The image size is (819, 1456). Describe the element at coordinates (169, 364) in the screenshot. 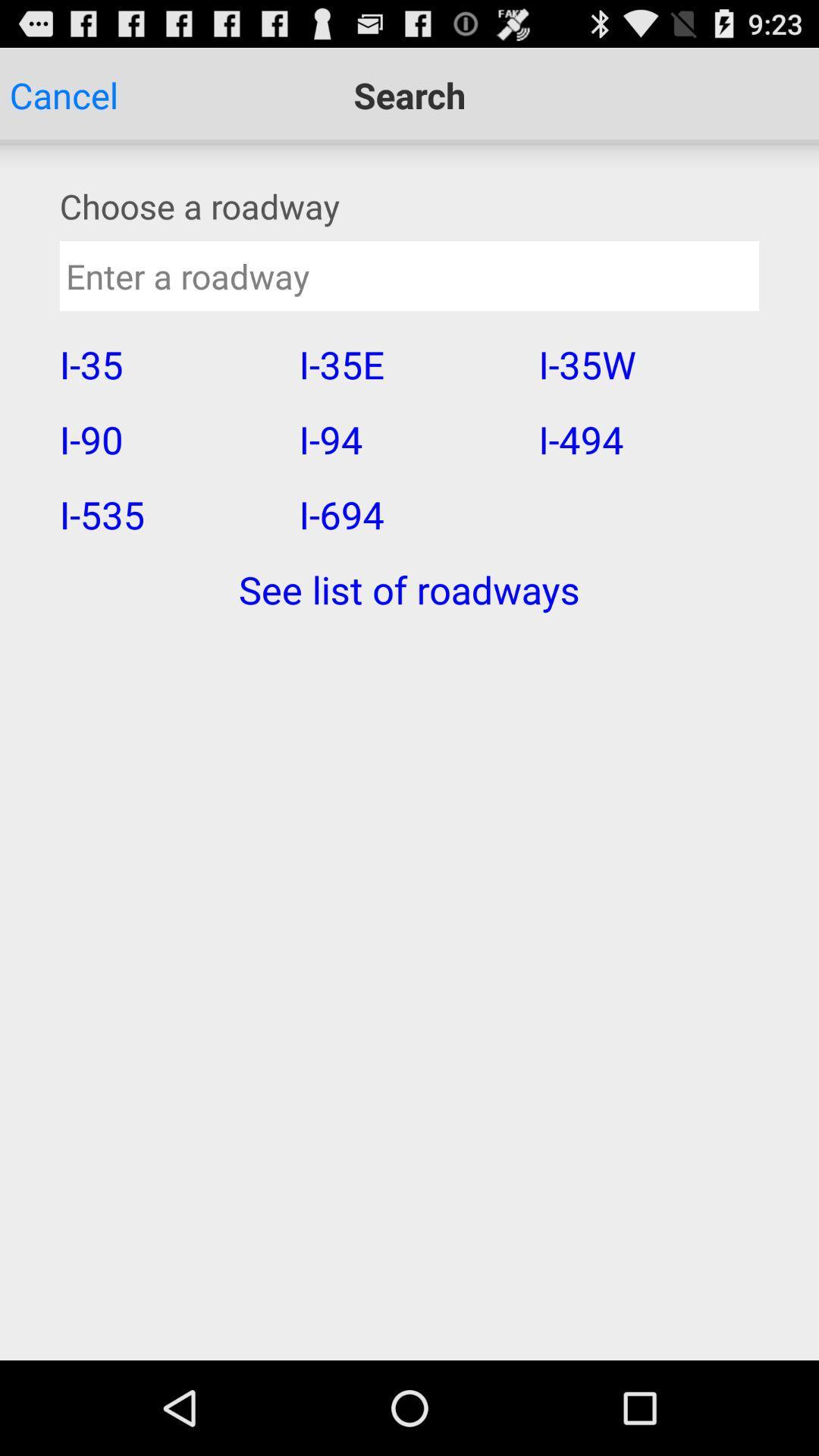

I see `icon above i-90` at that location.